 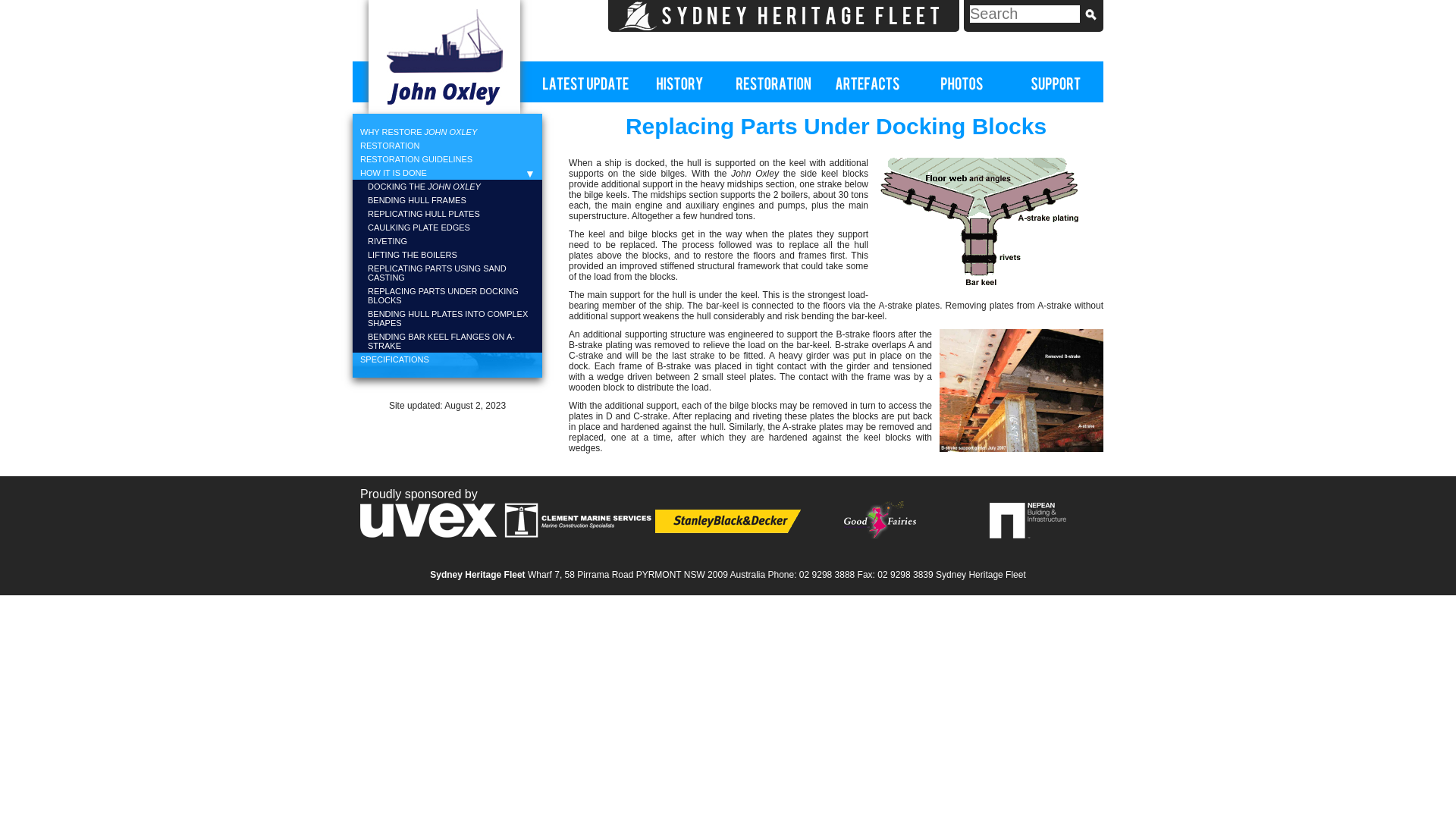 I want to click on 'RIVETING', so click(x=447, y=240).